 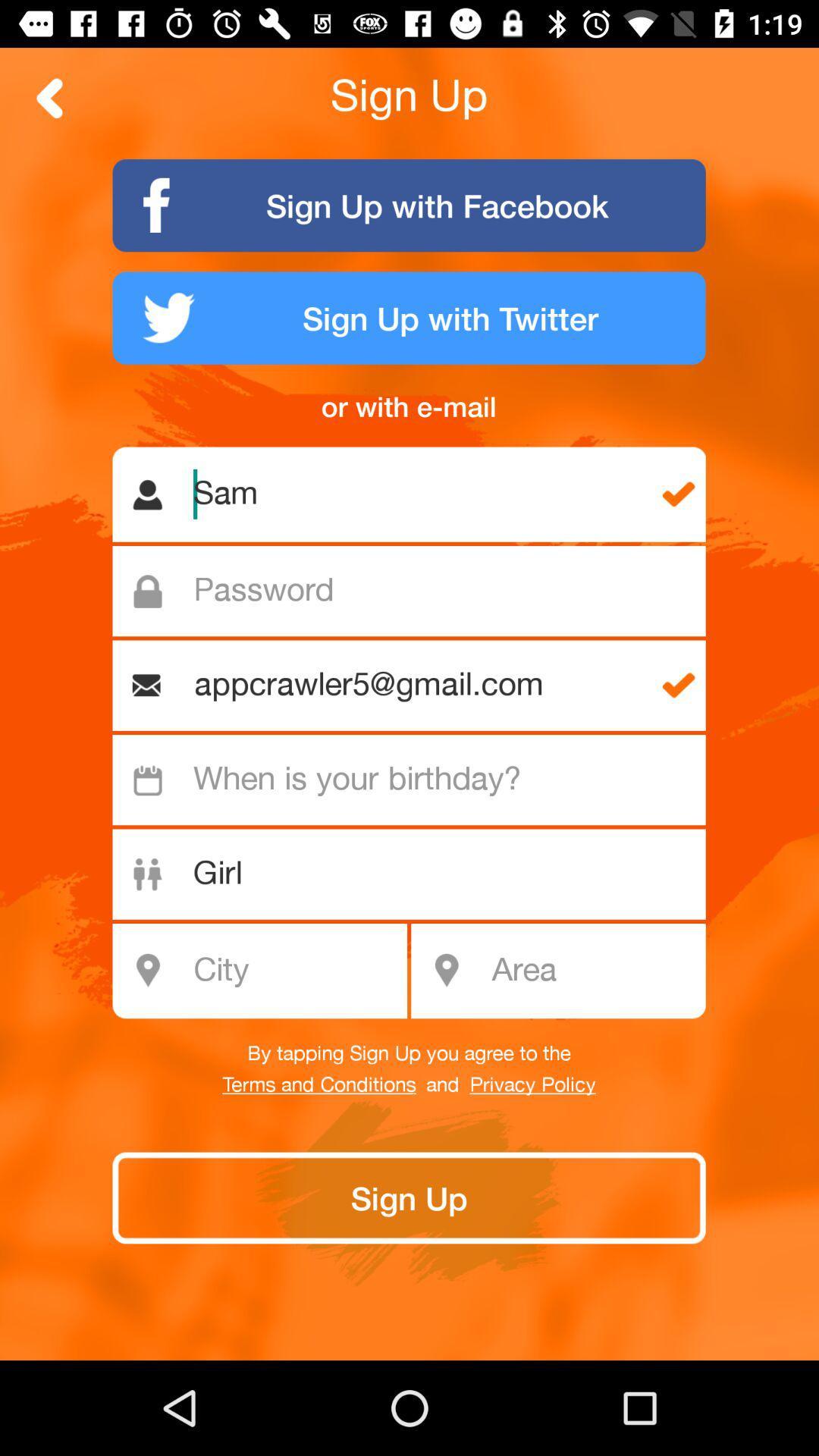 I want to click on input birthday, so click(x=417, y=780).